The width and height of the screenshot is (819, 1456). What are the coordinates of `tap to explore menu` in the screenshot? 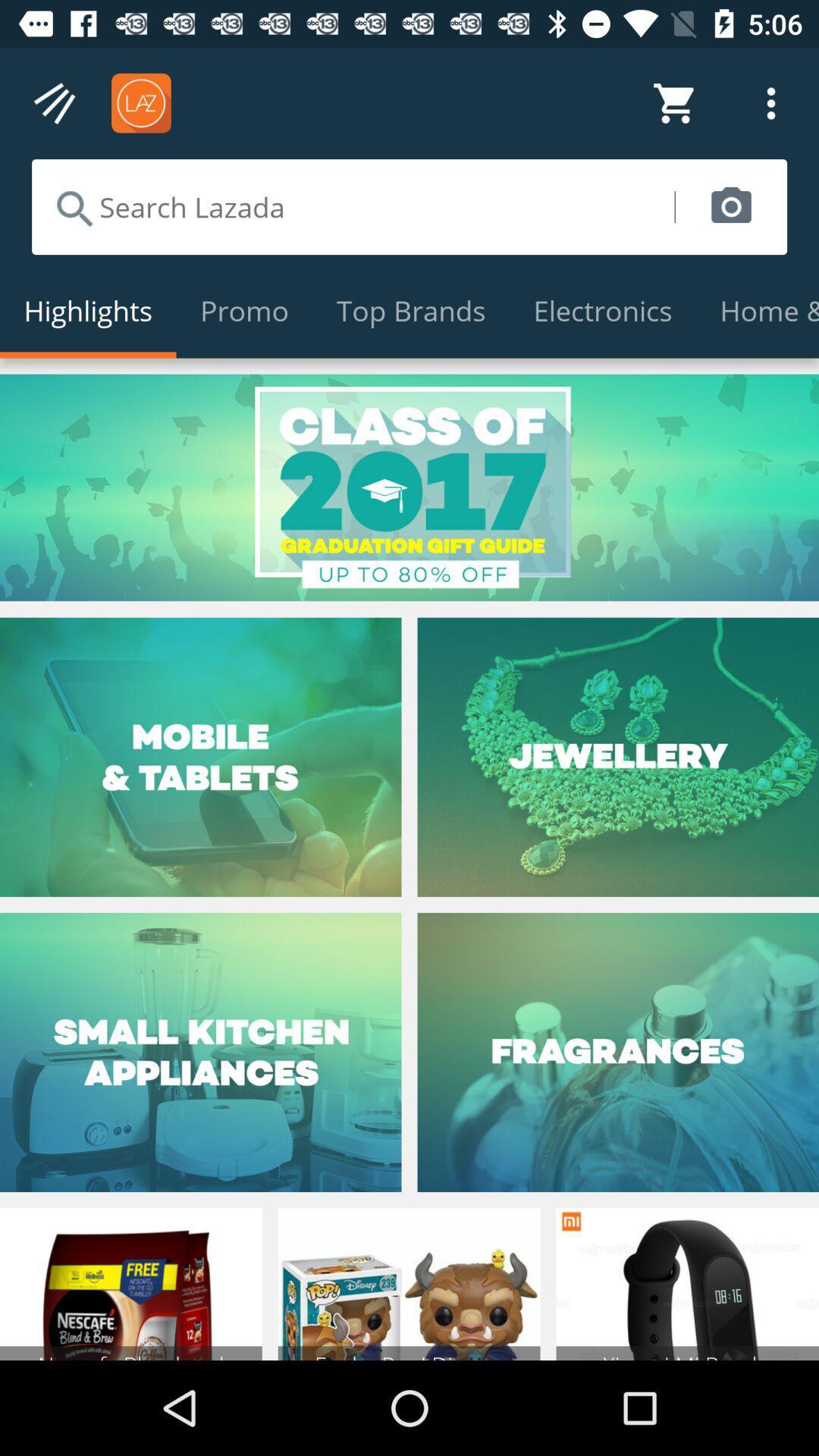 It's located at (55, 102).